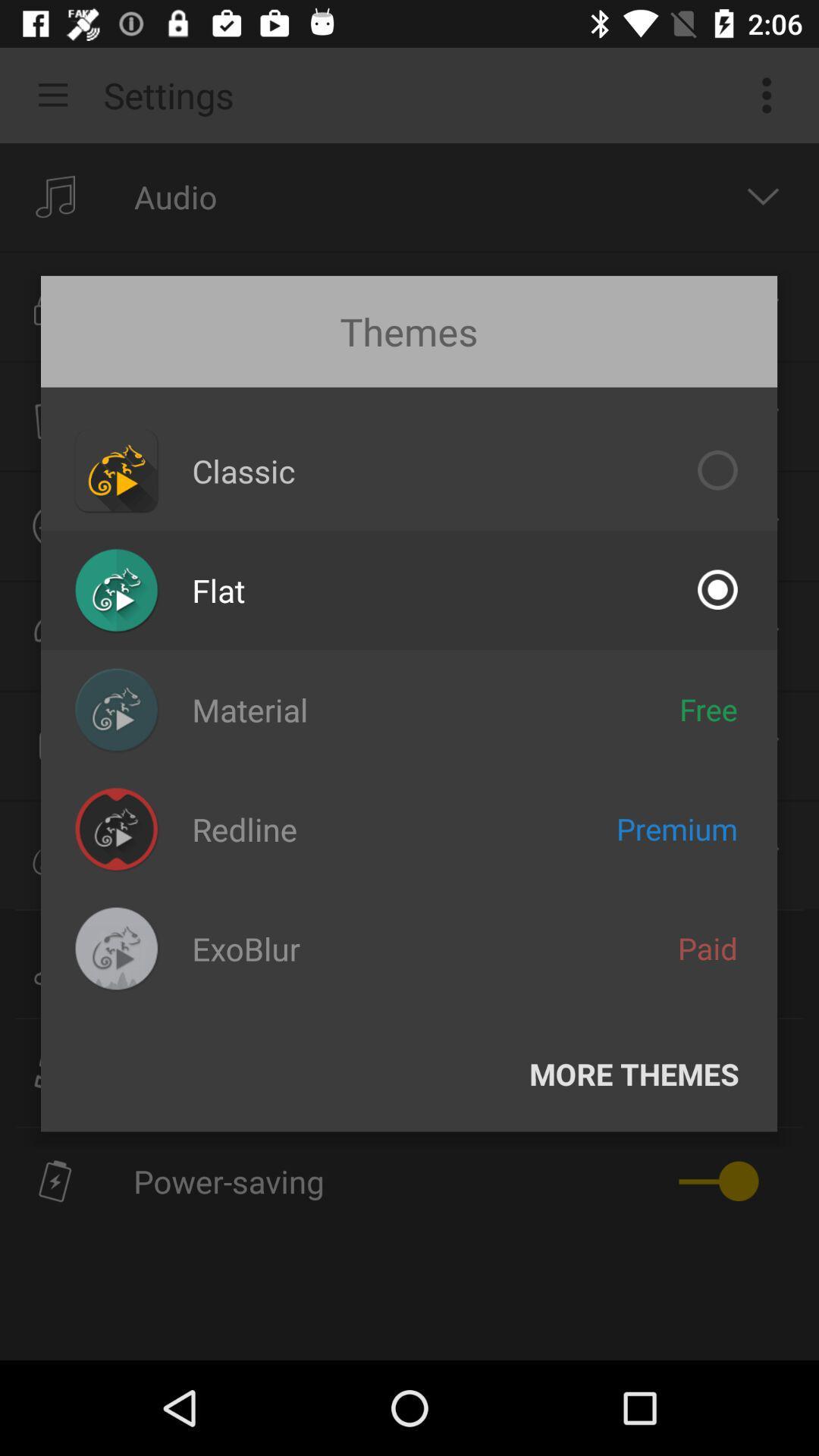 The width and height of the screenshot is (819, 1456). Describe the element at coordinates (708, 947) in the screenshot. I see `the item next to the exoblur icon` at that location.